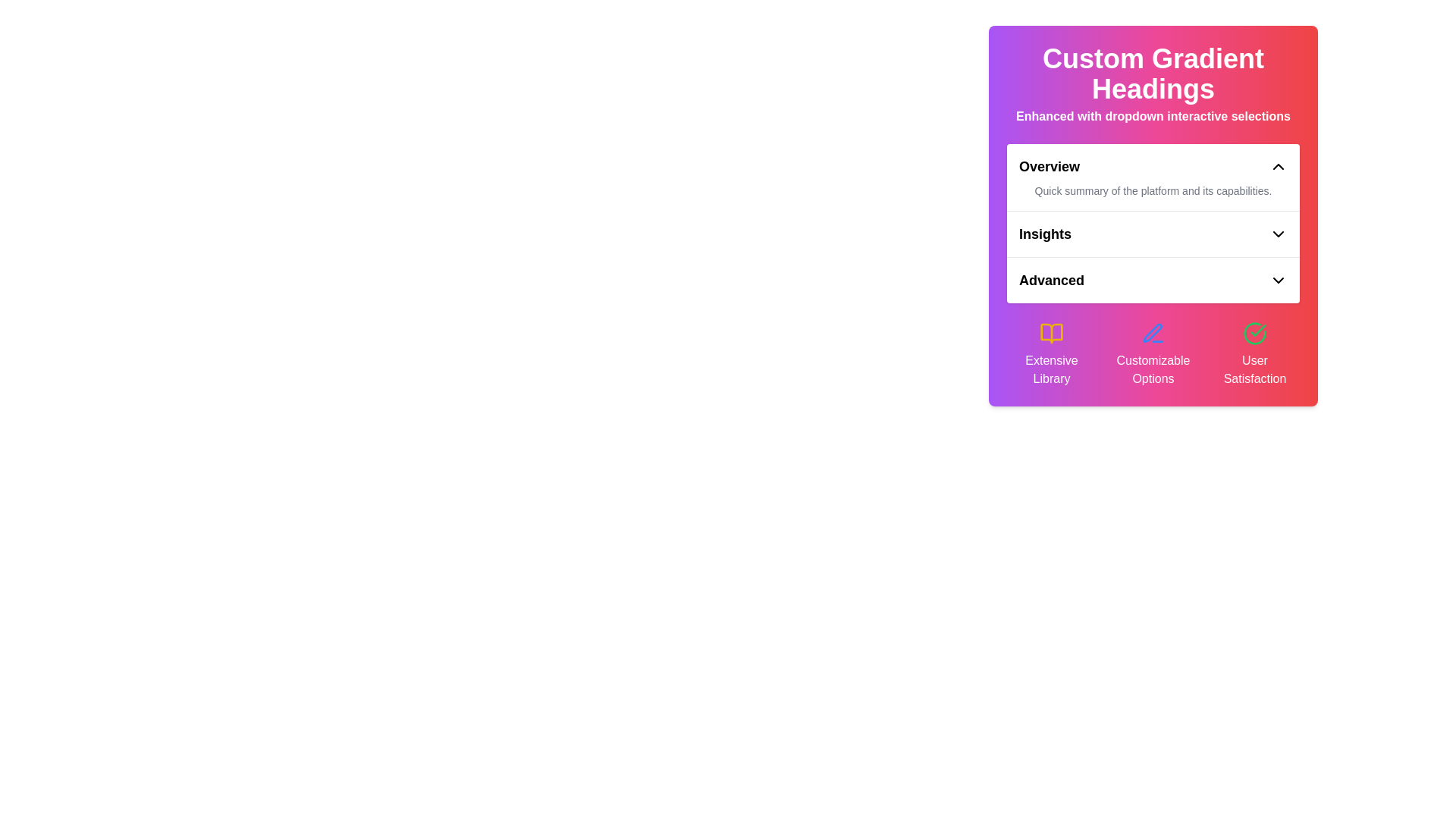  What do you see at coordinates (1153, 116) in the screenshot?
I see `the text label that serves as a subtitle for the 'Custom Gradient Headings', which provides additional context about dropdown menus` at bounding box center [1153, 116].